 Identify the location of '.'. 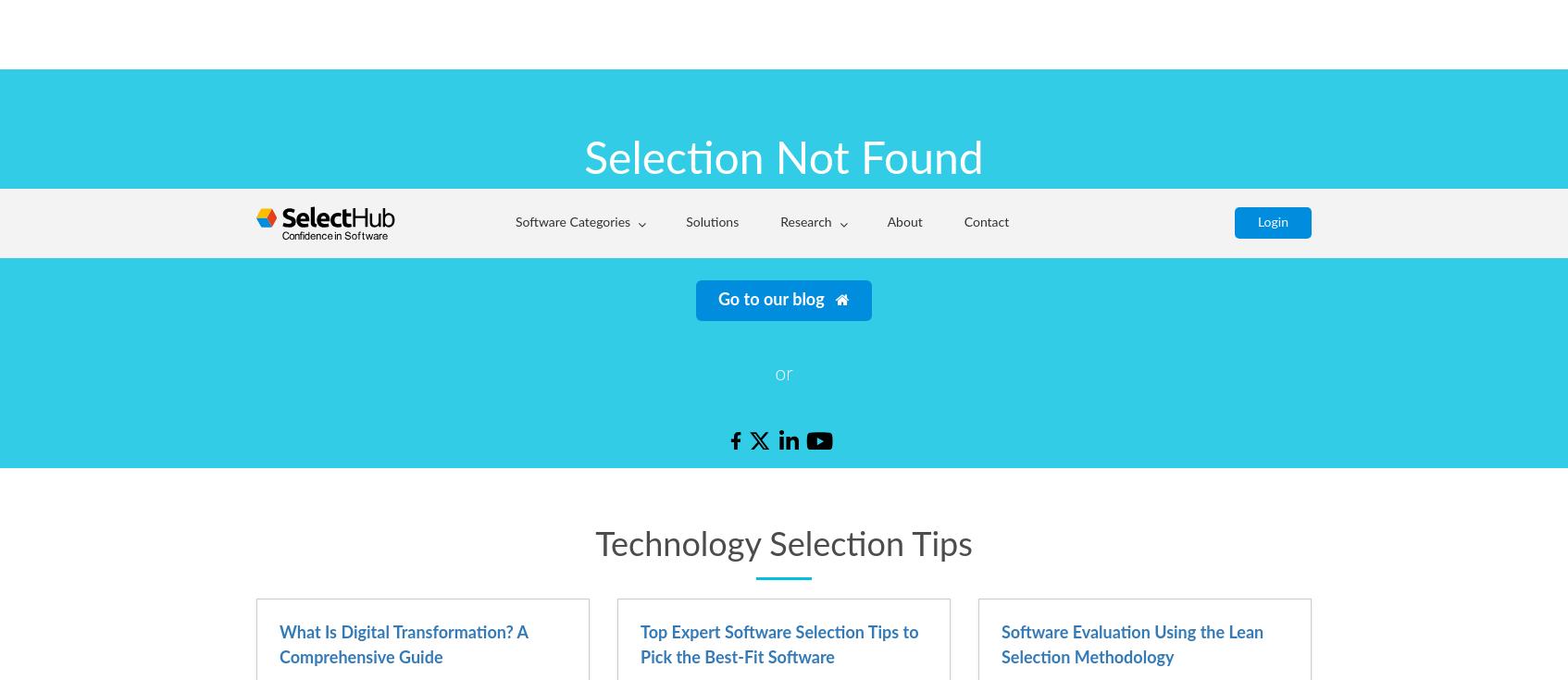
(1078, 34).